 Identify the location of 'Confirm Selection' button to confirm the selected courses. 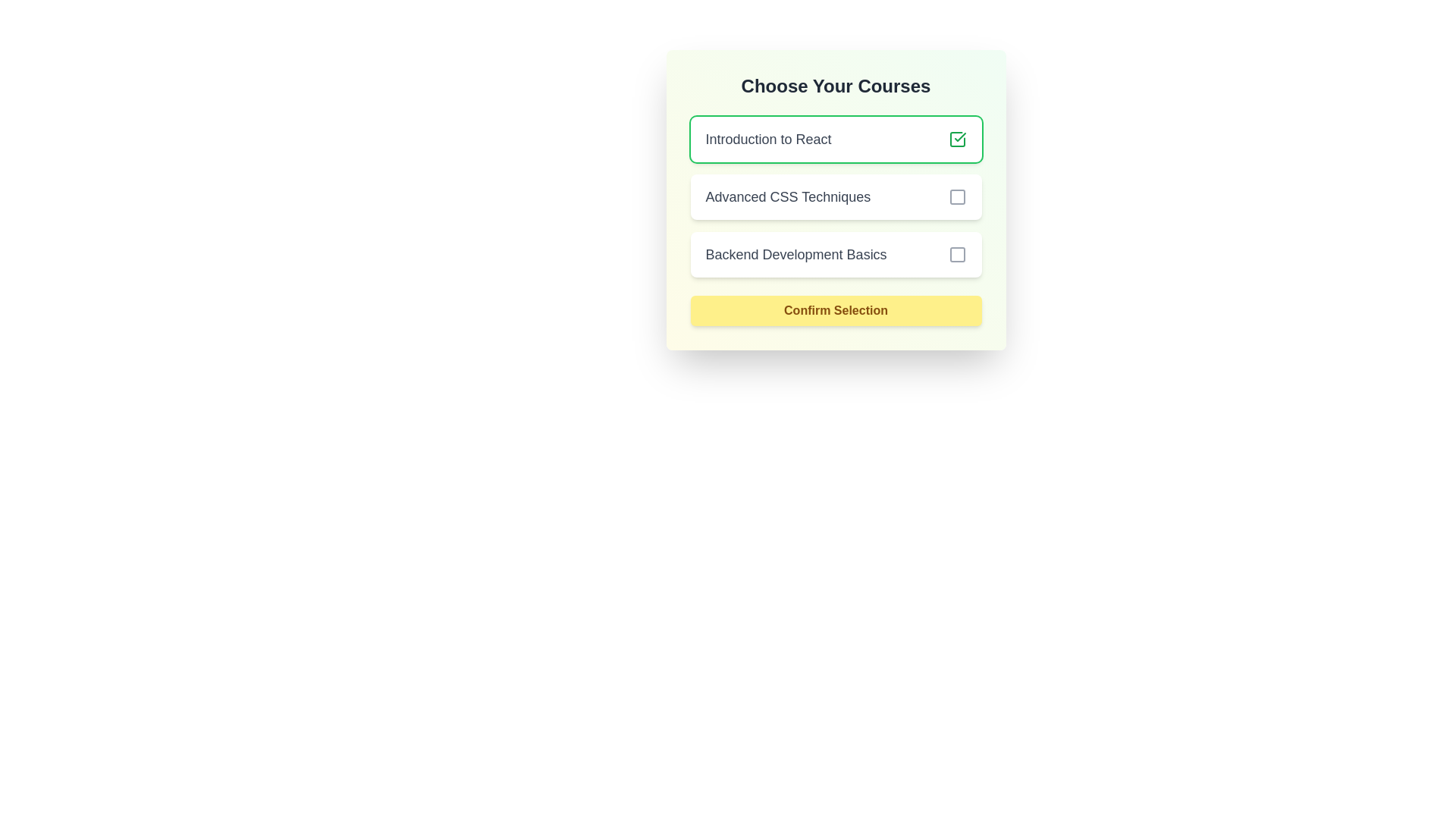
(835, 309).